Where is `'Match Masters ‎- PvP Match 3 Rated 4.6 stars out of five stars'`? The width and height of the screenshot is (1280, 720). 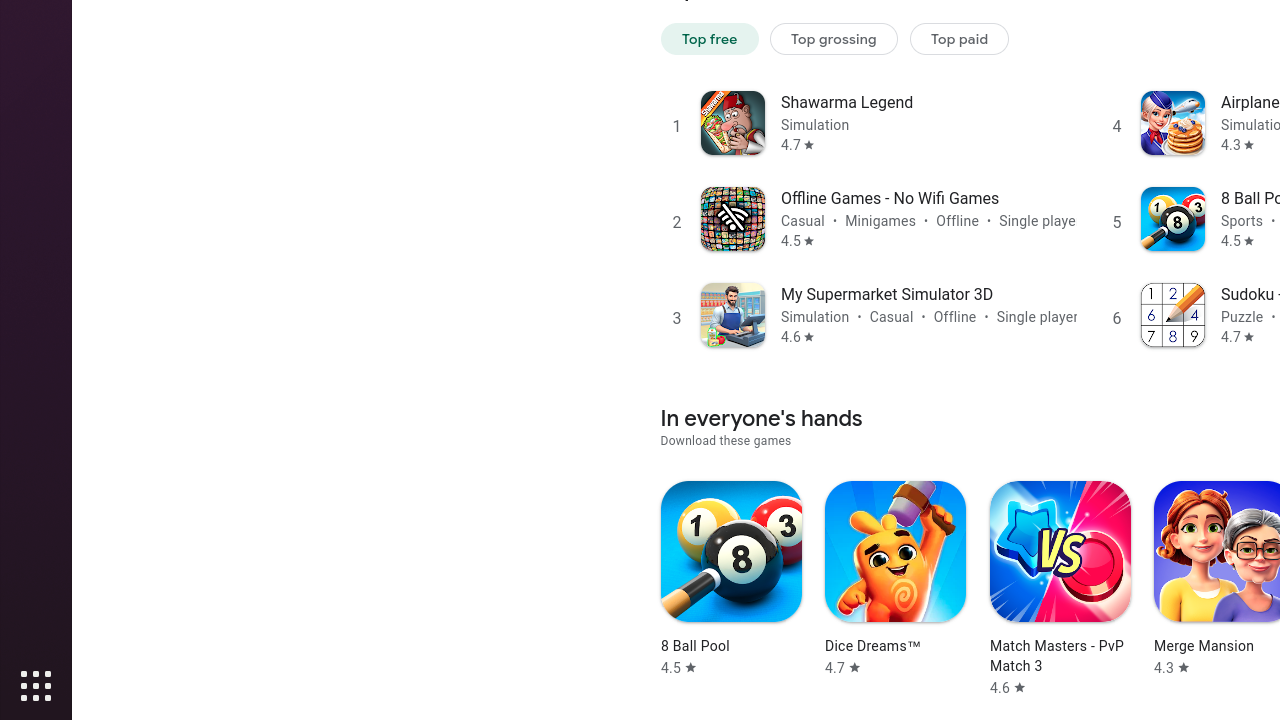 'Match Masters ‎- PvP Match 3 Rated 4.6 stars out of five stars' is located at coordinates (1058, 588).